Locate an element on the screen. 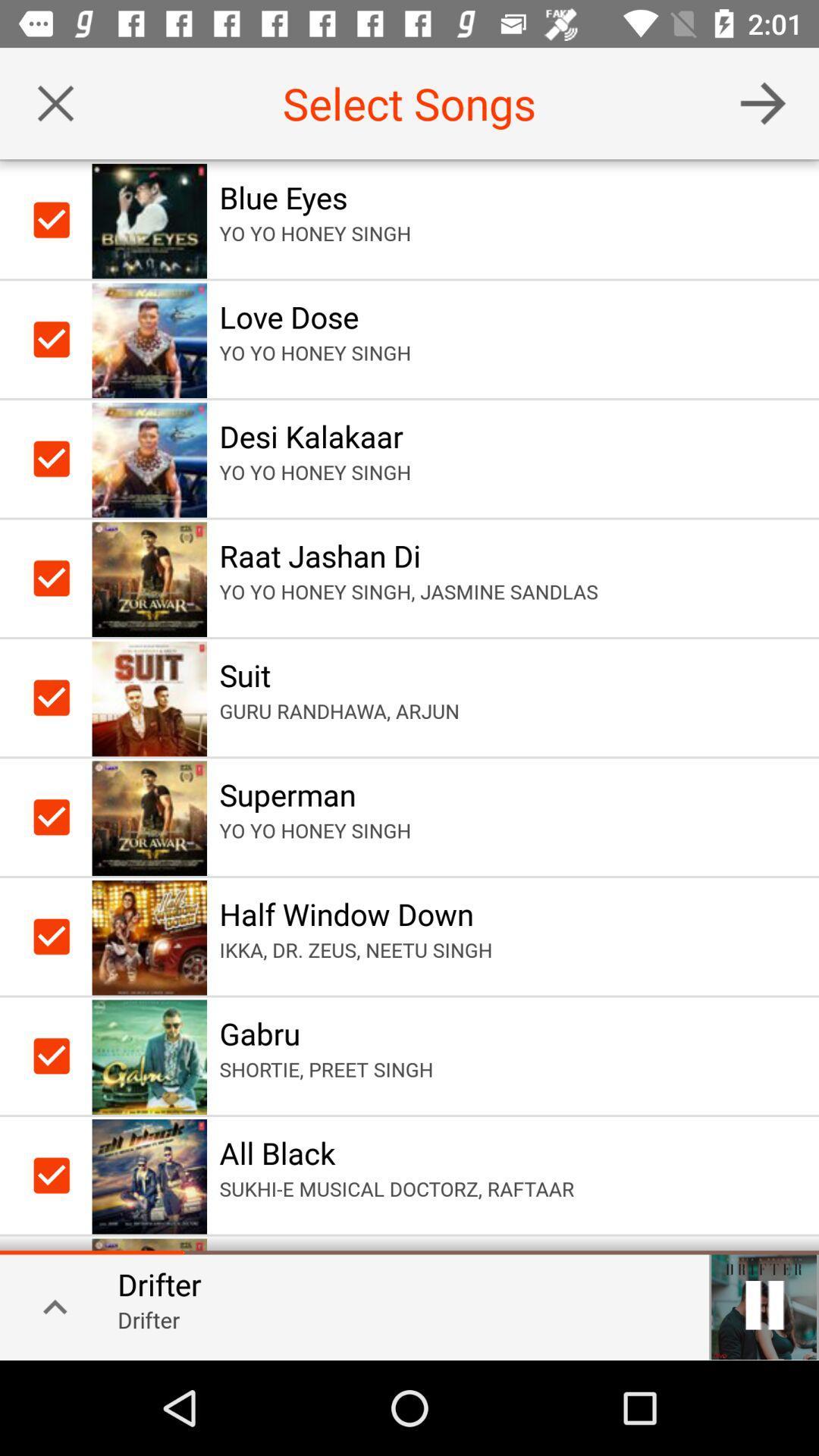 The image size is (819, 1456). good app to listen songs is located at coordinates (763, 102).